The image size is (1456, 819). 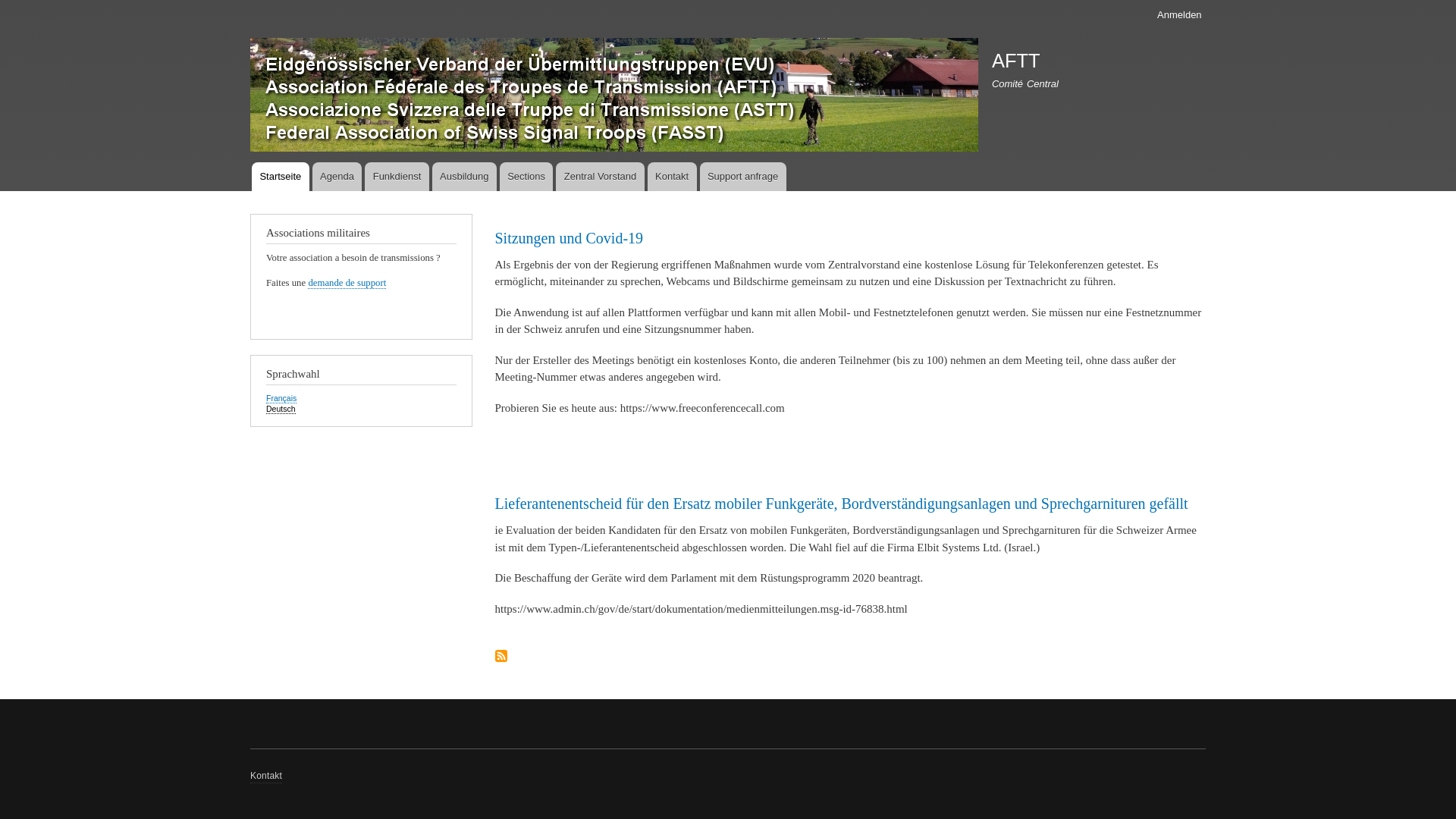 What do you see at coordinates (463, 175) in the screenshot?
I see `'Ausbildung'` at bounding box center [463, 175].